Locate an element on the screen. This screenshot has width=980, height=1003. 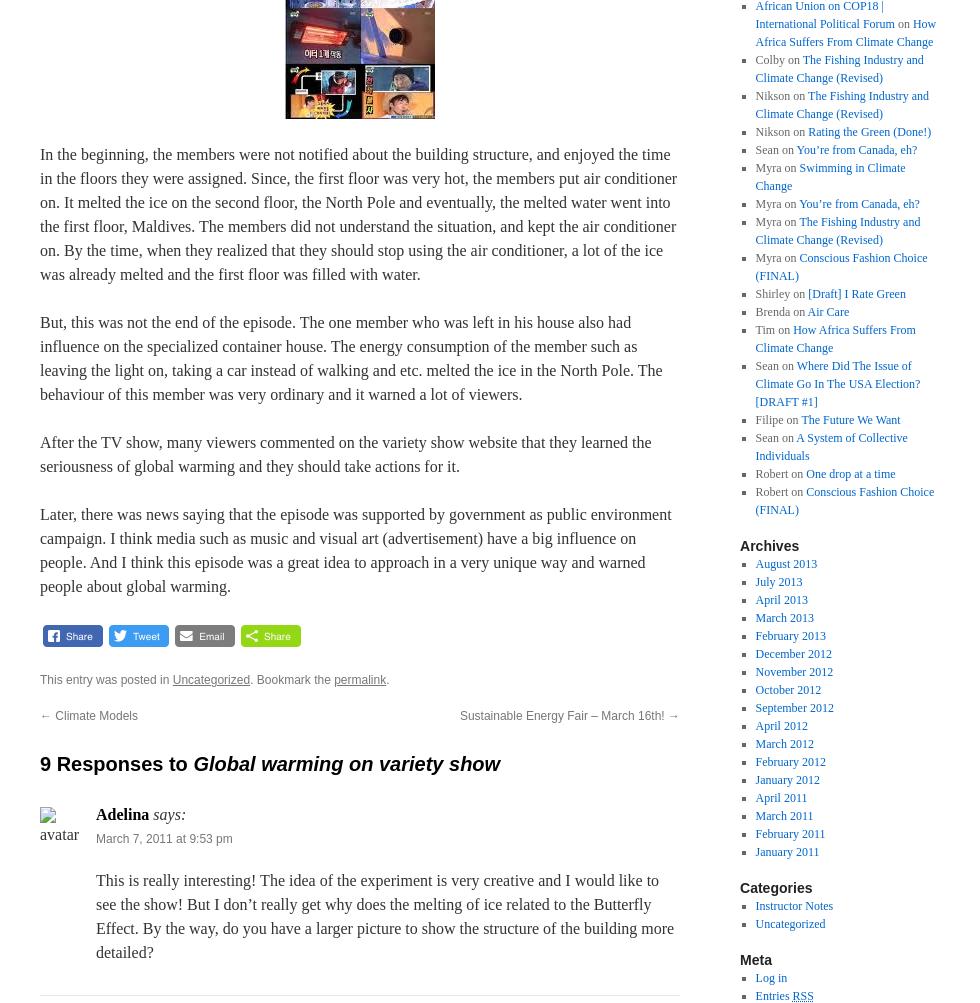
'Entries' is located at coordinates (754, 994).